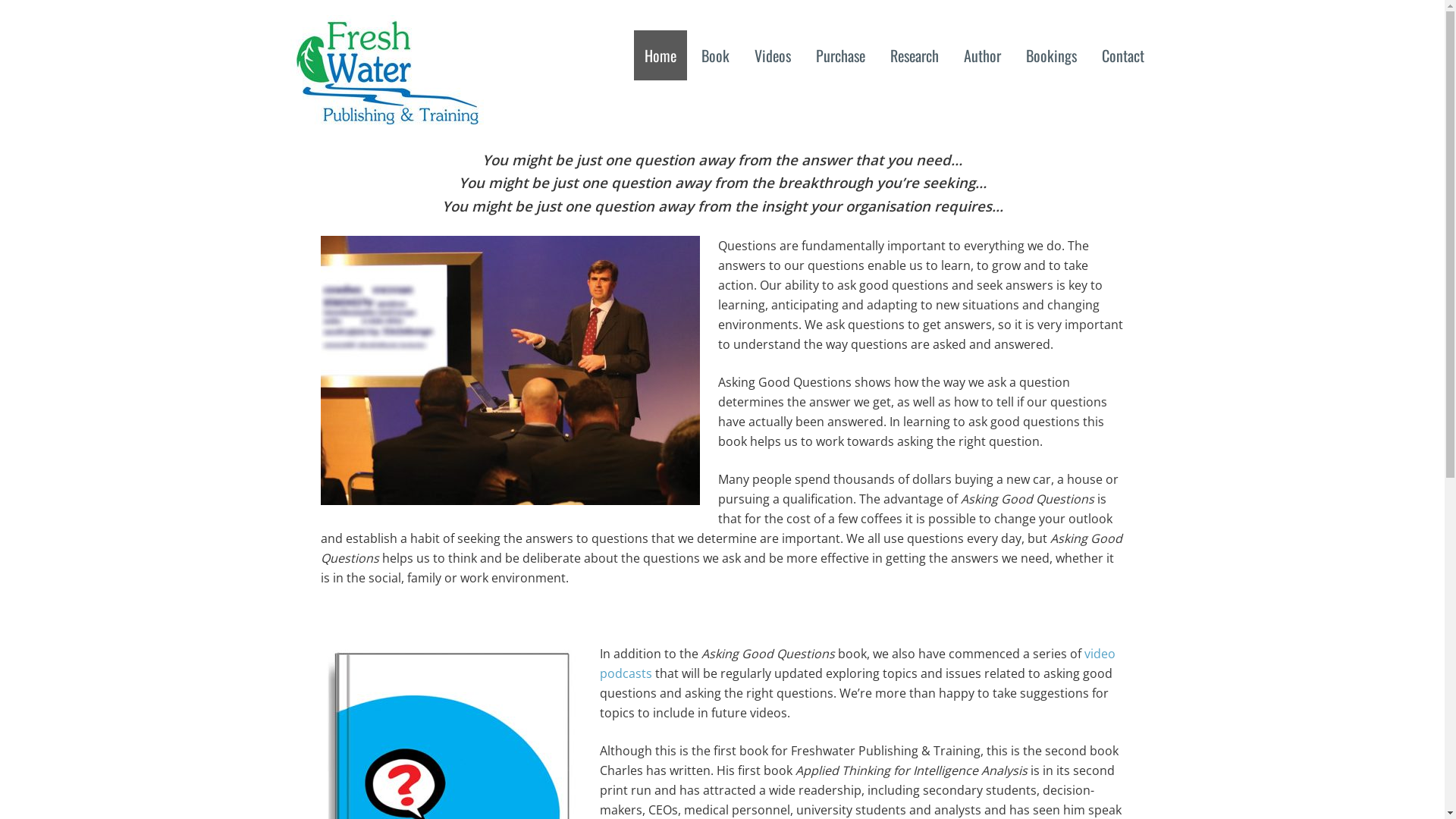 This screenshot has height=819, width=1456. What do you see at coordinates (771, 55) in the screenshot?
I see `'Videos'` at bounding box center [771, 55].